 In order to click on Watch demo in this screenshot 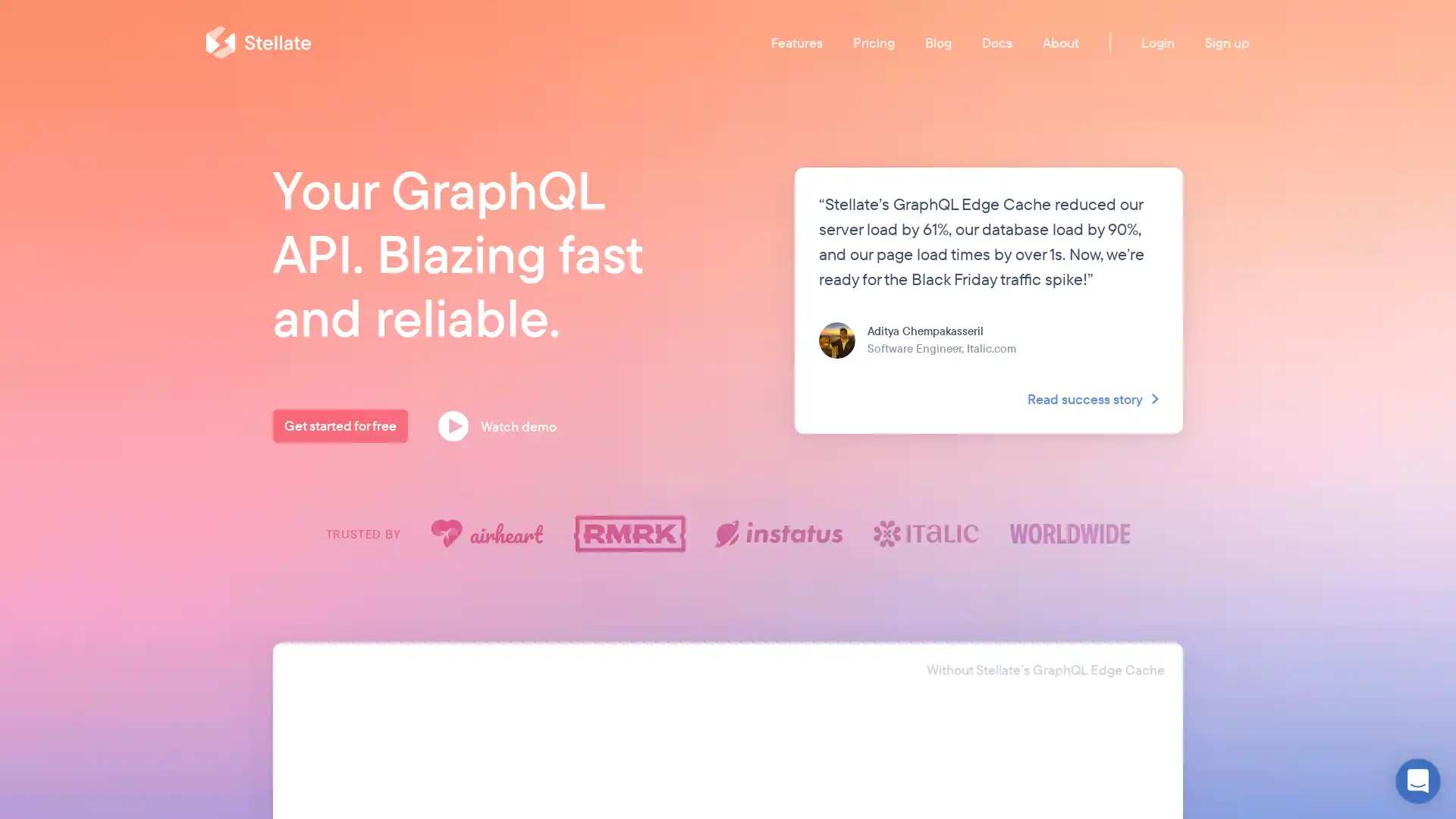, I will do `click(503, 426)`.